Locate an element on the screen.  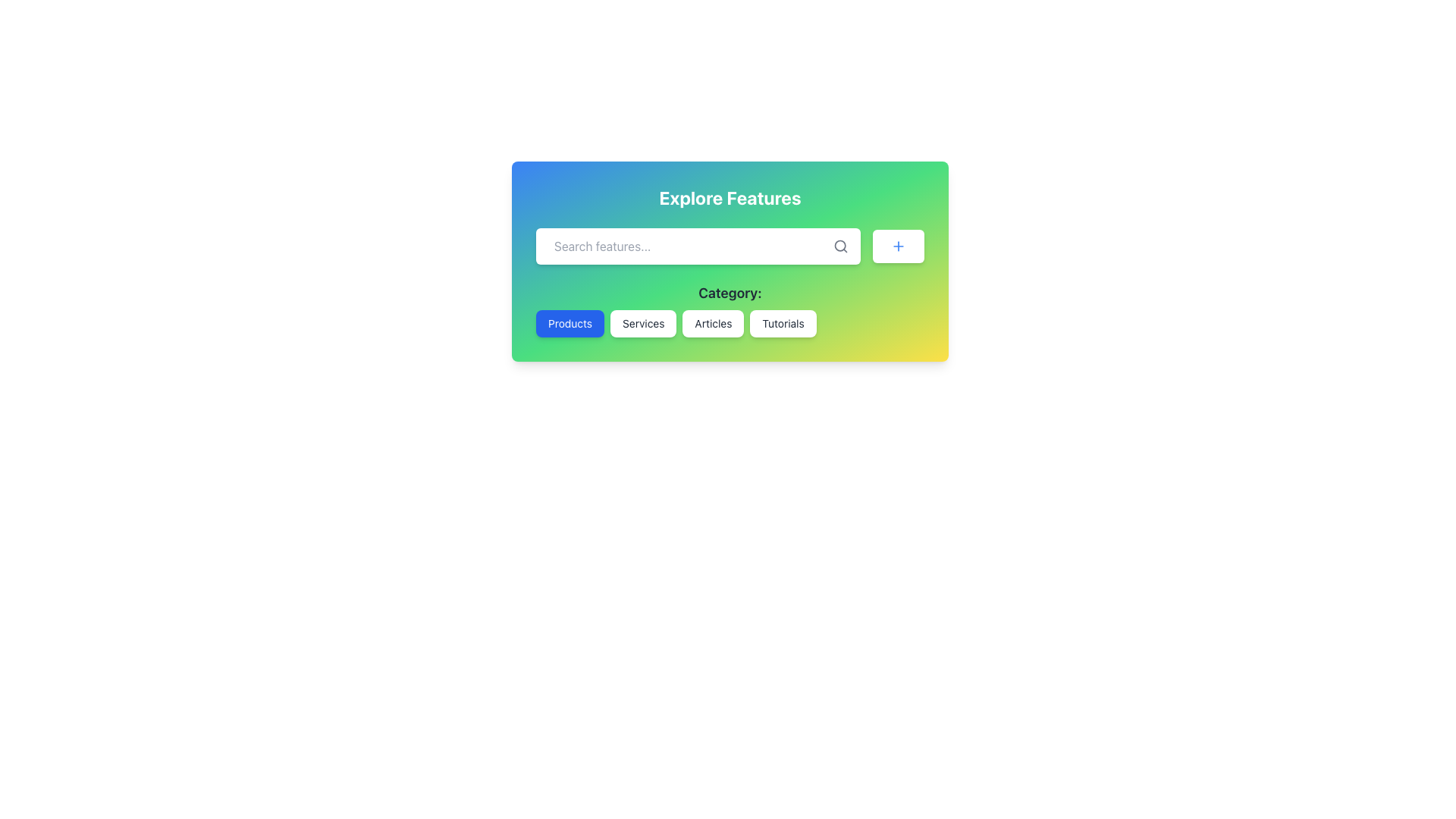
the button with a plus icon located to the right of the horizontal search bar at the top of the page to observe the tooltip or style change is located at coordinates (899, 245).